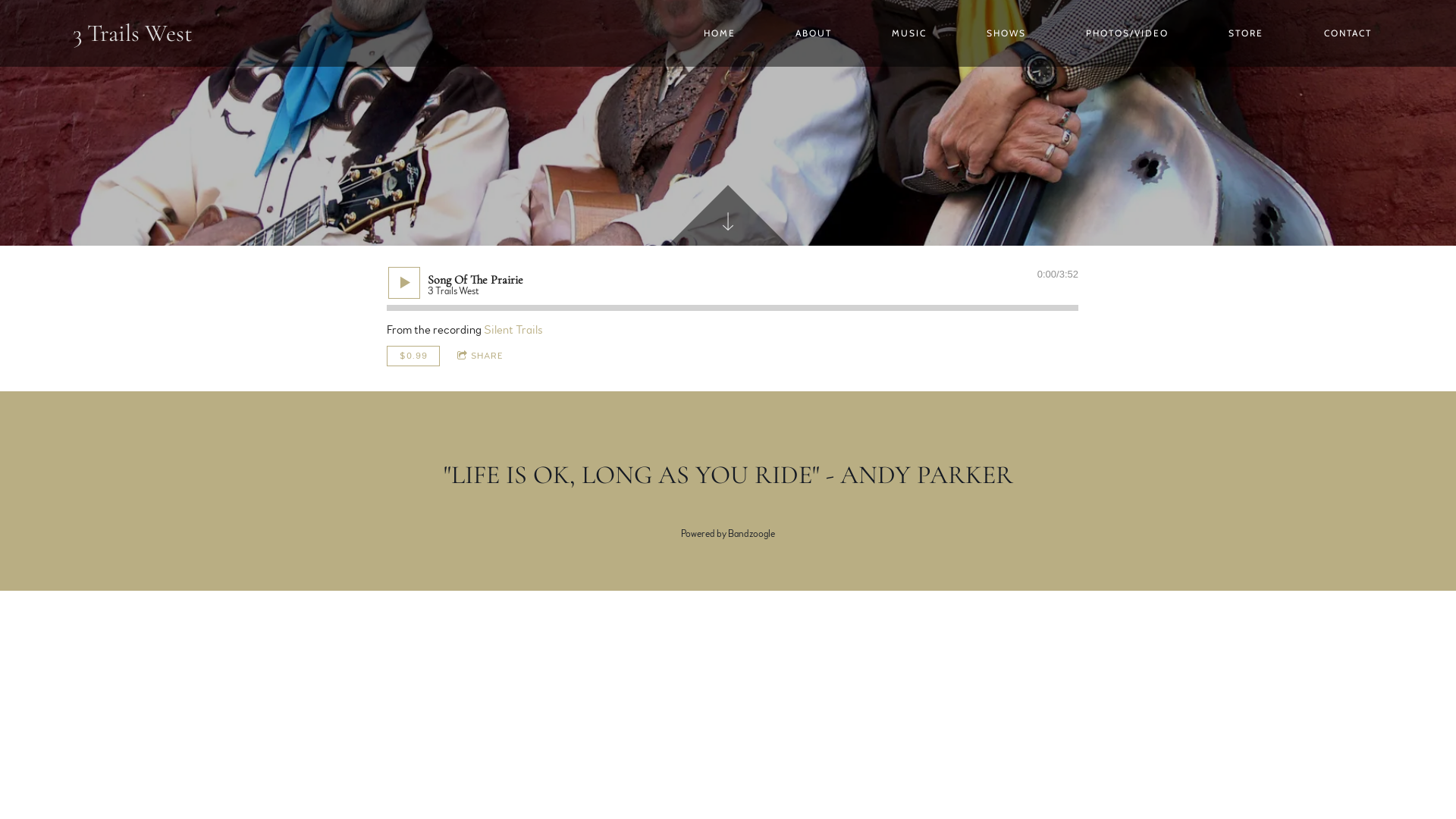 The width and height of the screenshot is (1456, 819). Describe the element at coordinates (728, 533) in the screenshot. I see `'Powered by Bandzoogle'` at that location.